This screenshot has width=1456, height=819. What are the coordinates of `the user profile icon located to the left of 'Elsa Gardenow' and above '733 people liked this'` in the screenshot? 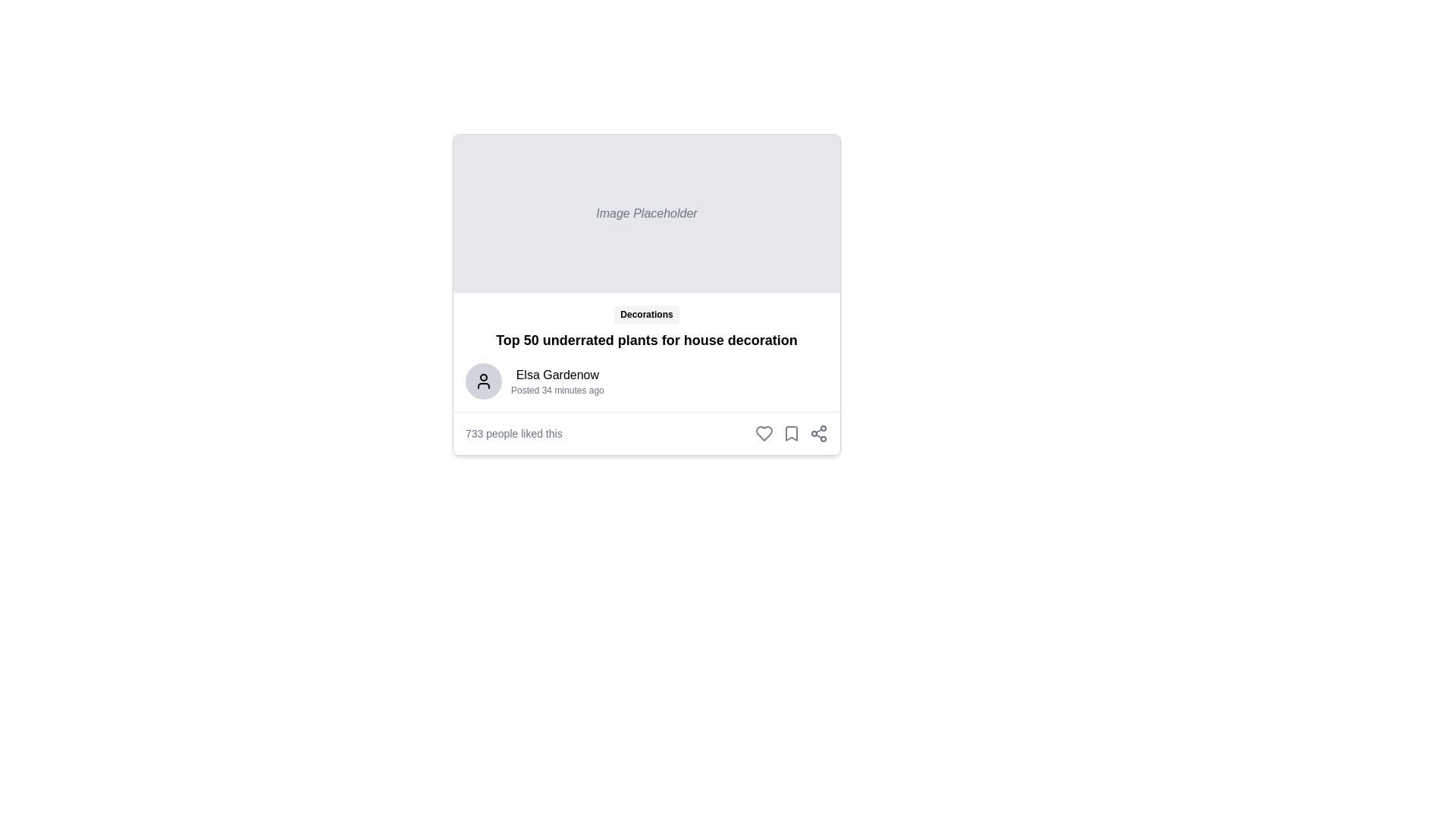 It's located at (483, 380).